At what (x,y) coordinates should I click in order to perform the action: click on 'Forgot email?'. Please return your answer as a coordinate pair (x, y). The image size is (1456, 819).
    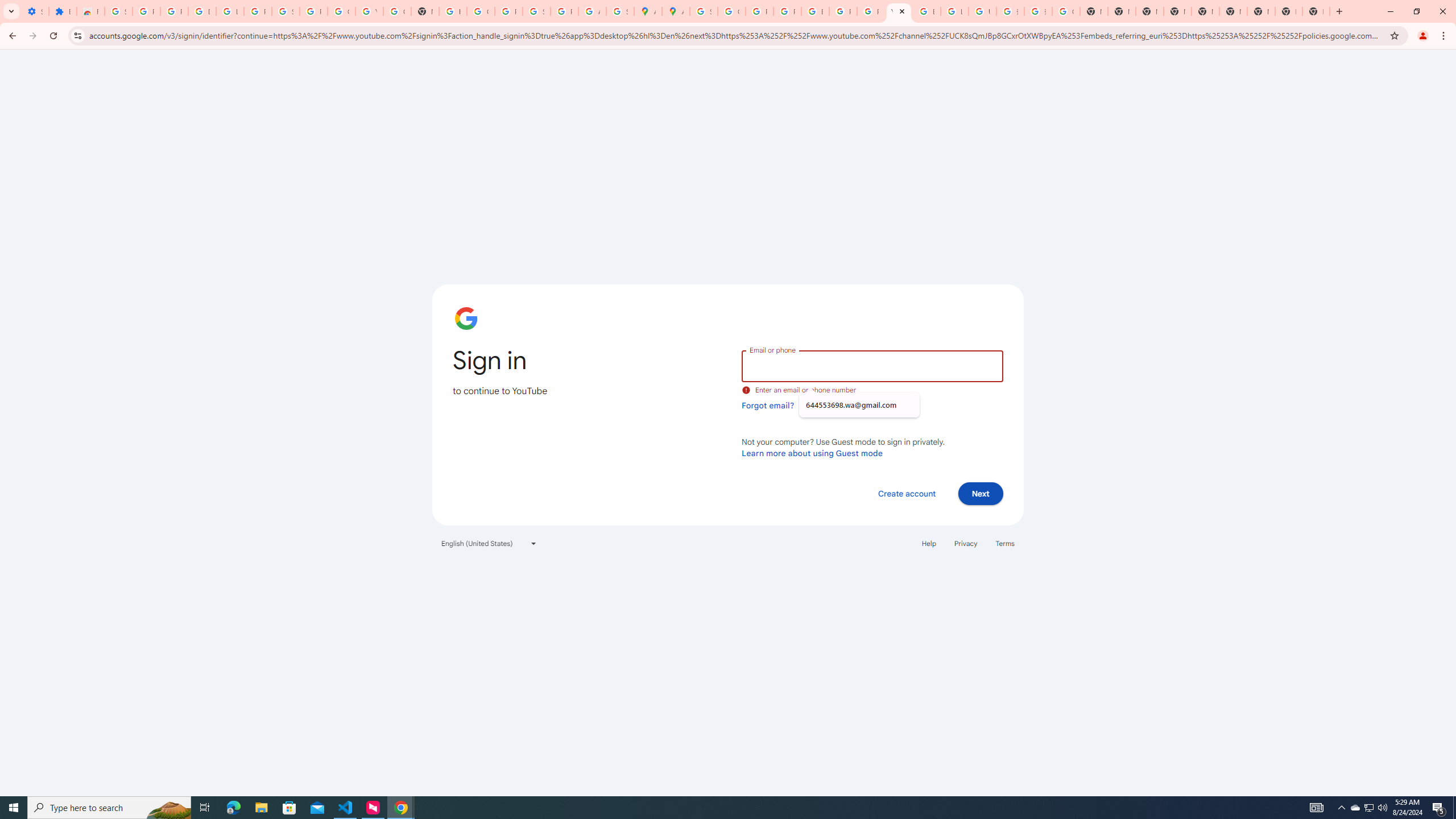
    Looking at the image, I should click on (767, 405).